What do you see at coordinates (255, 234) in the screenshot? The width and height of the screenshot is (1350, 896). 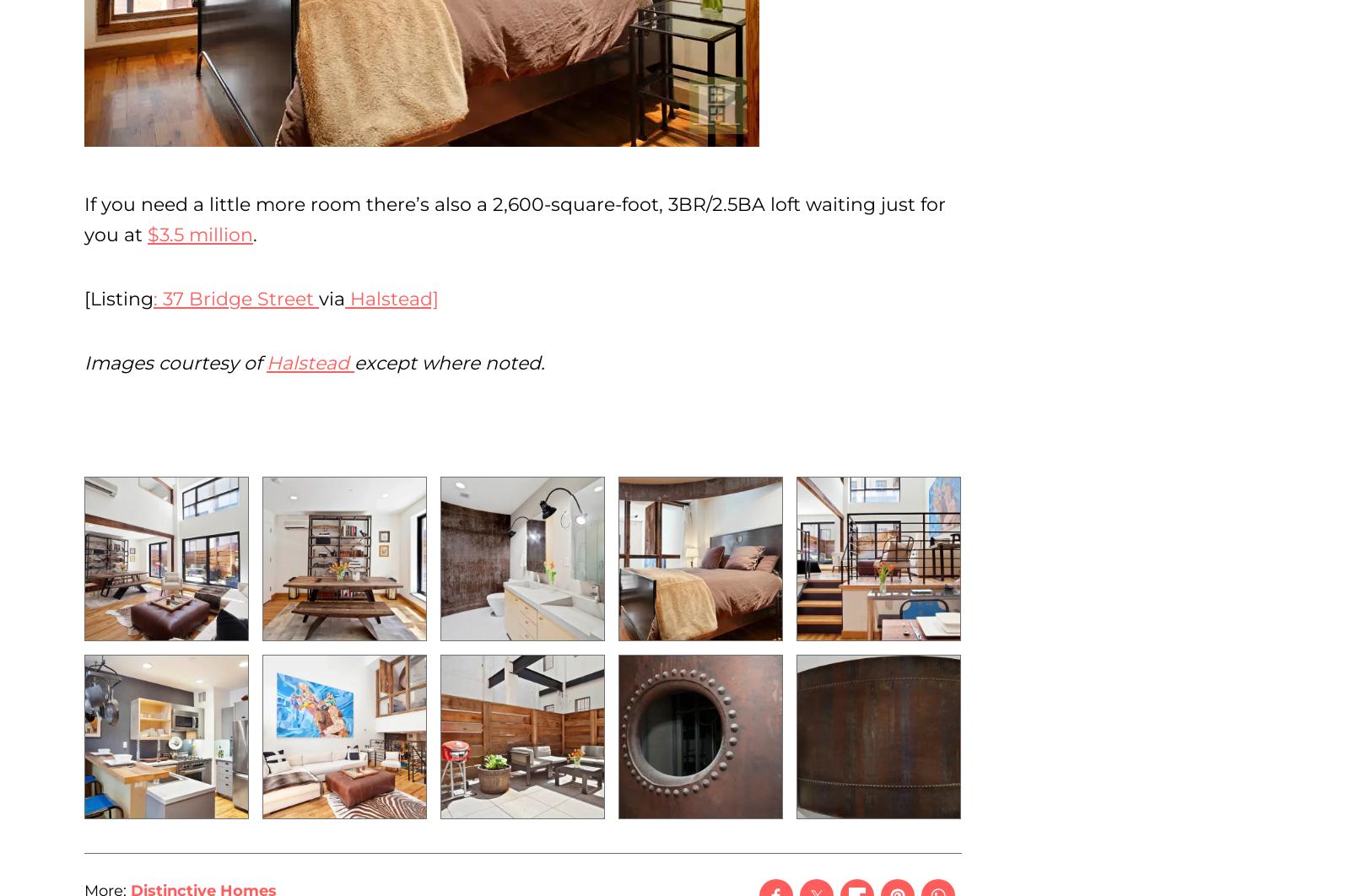 I see `'.'` at bounding box center [255, 234].